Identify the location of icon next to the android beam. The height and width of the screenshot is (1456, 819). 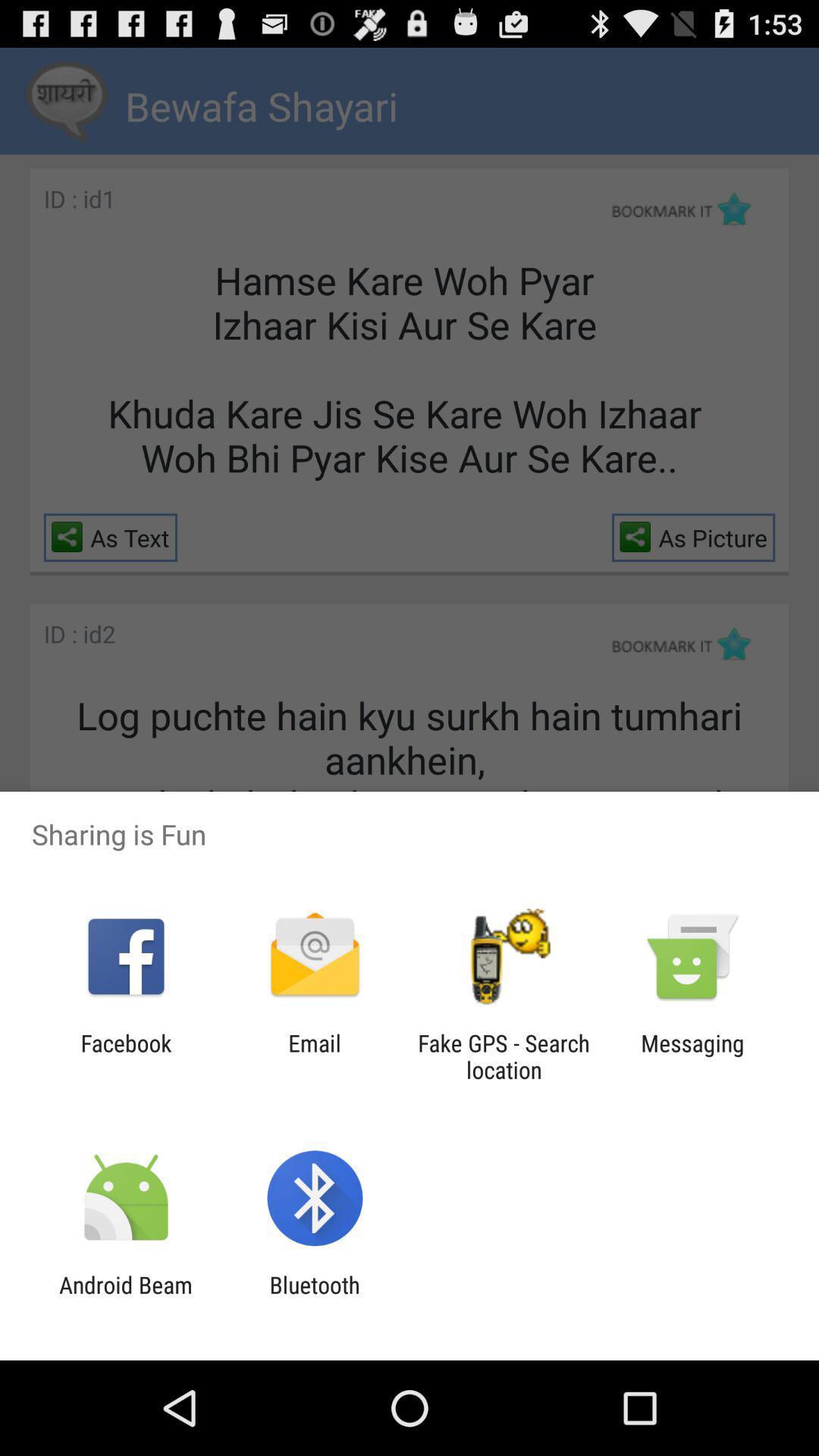
(314, 1298).